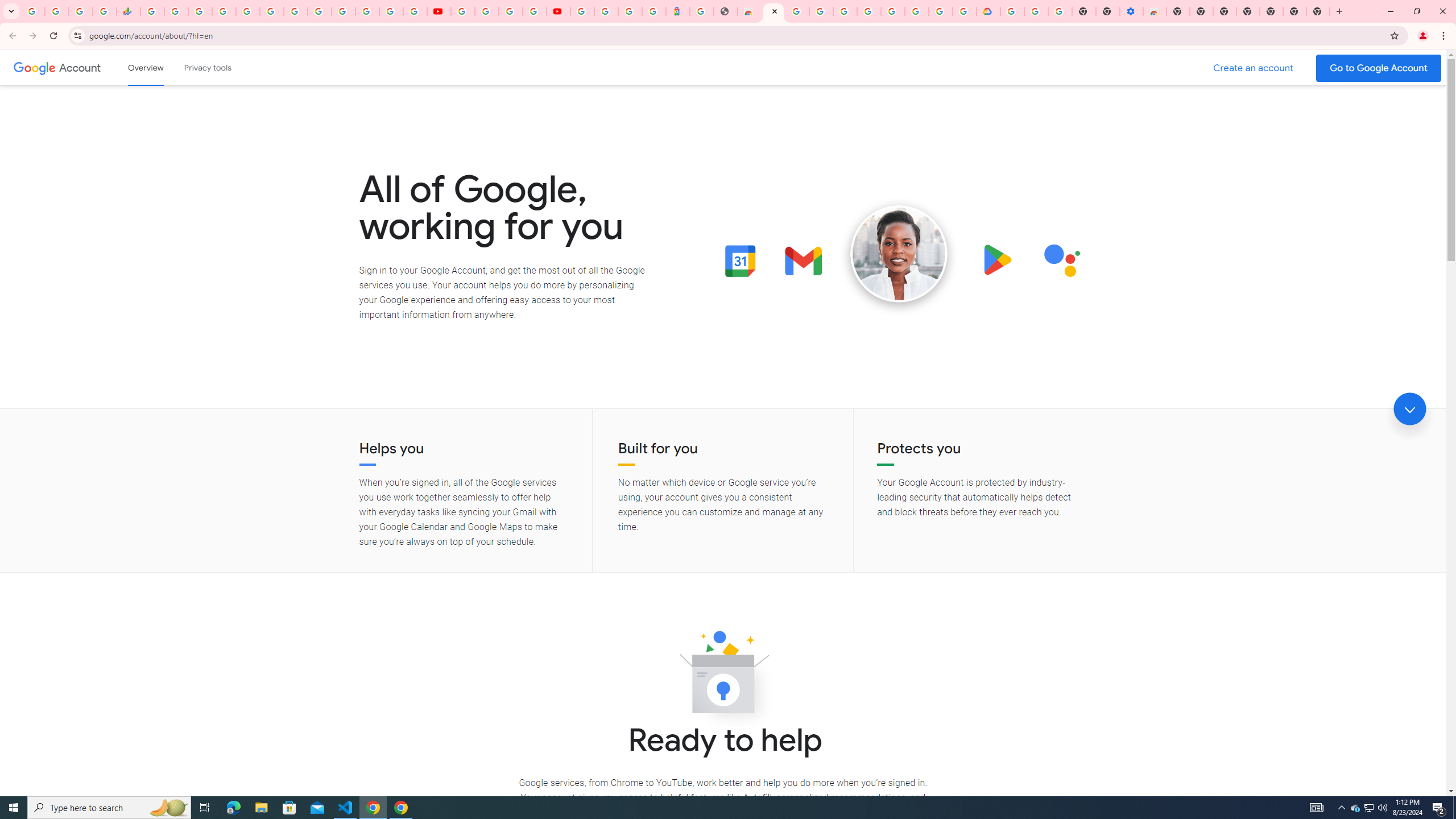 The width and height of the screenshot is (1456, 819). Describe the element at coordinates (1155, 11) in the screenshot. I see `'Chrome Web Store - Accessibility extensions'` at that location.